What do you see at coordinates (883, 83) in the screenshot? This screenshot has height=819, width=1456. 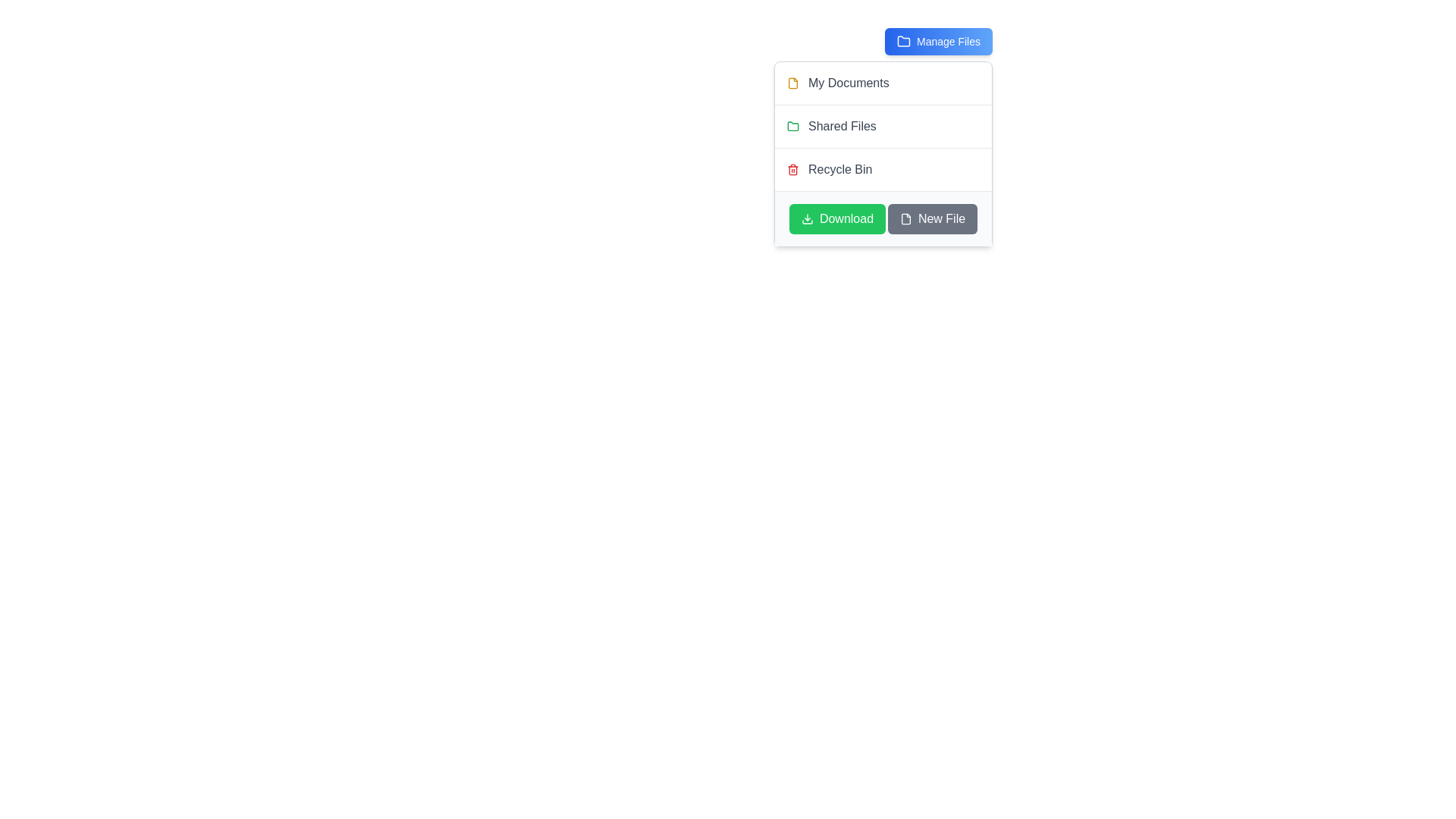 I see `the first list item labeled 'My Documents', which has a yellow file icon to the left` at bounding box center [883, 83].